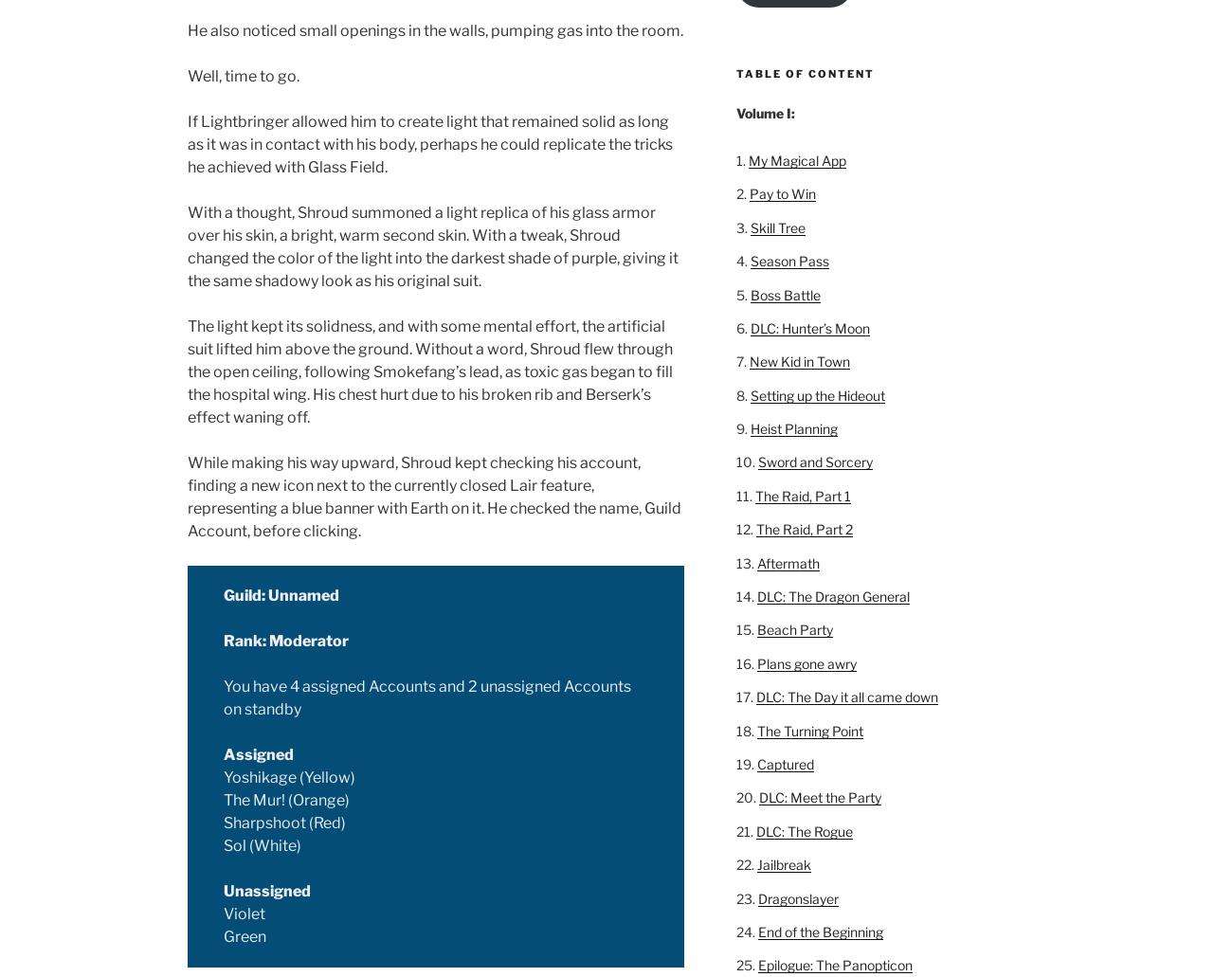 This screenshot has height=977, width=1232. I want to click on 'While making his way upward, Shroud kept checking his account, finding a new icon next to the currently closed Lair feature, representing a blue banner with Earth on it. He checked the name, Guild Account, before clicking.', so click(433, 496).